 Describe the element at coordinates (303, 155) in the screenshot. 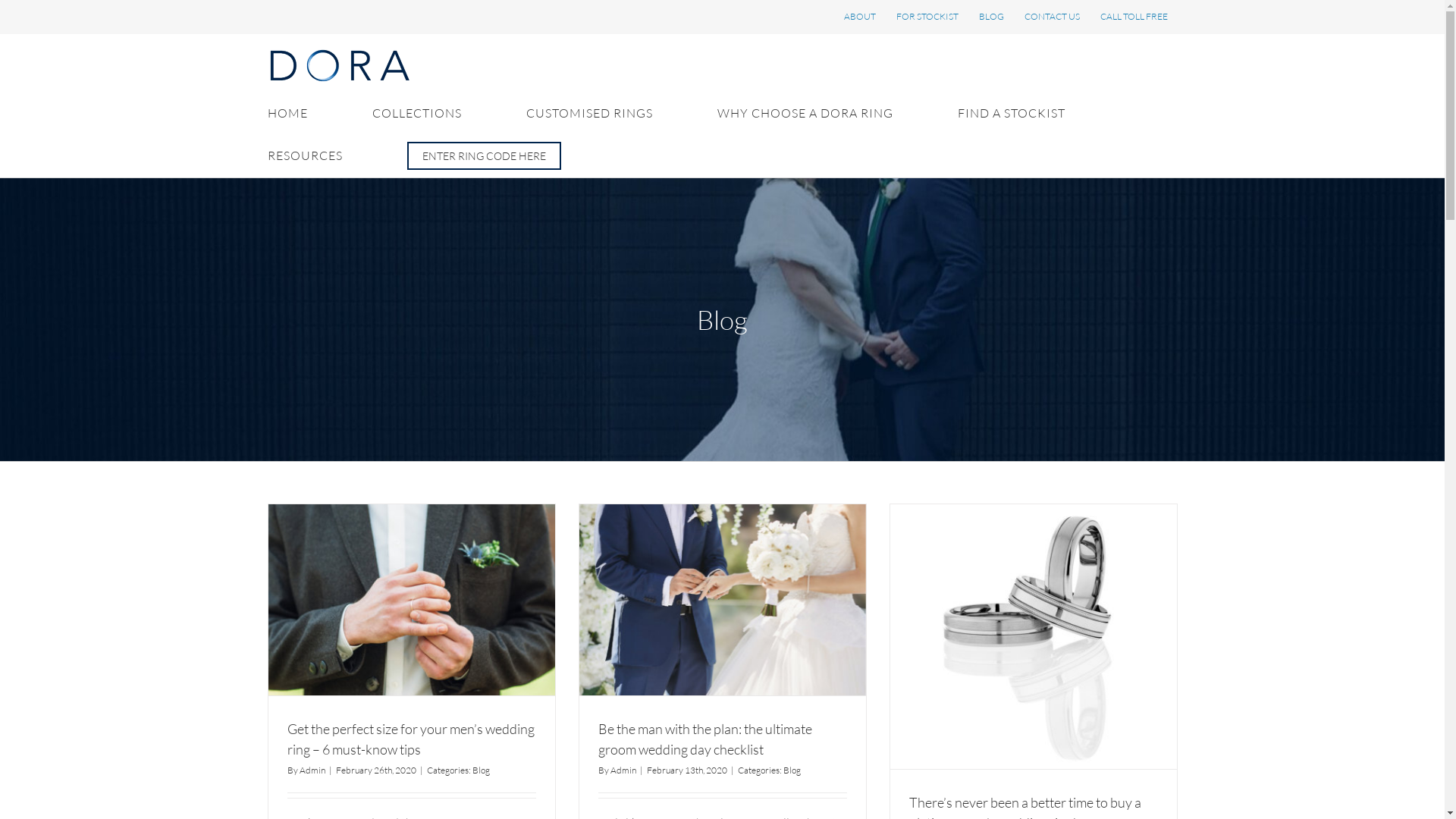

I see `'RESOURCES'` at that location.